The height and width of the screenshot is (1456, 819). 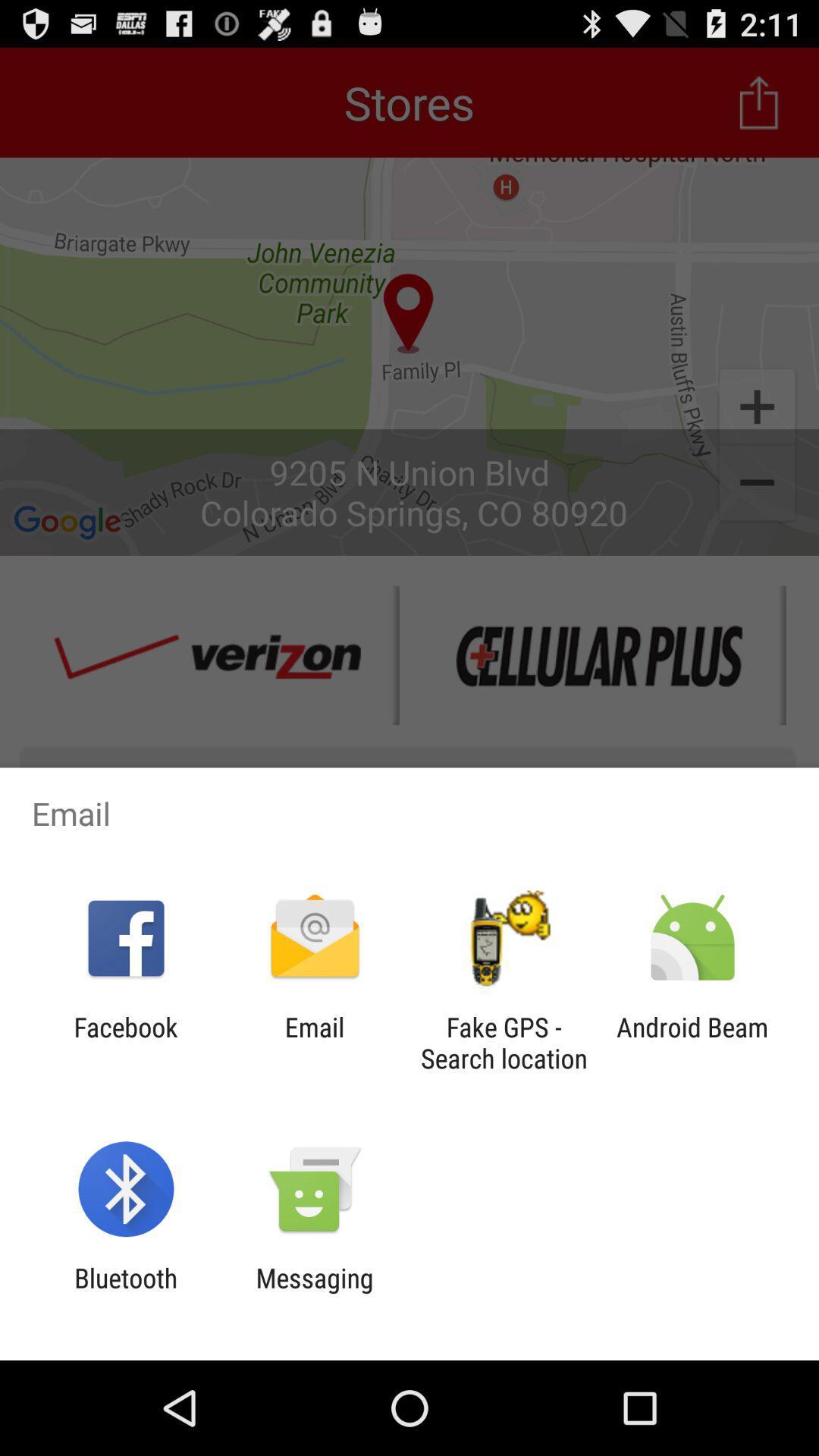 What do you see at coordinates (314, 1293) in the screenshot?
I see `the item next to the bluetooth icon` at bounding box center [314, 1293].